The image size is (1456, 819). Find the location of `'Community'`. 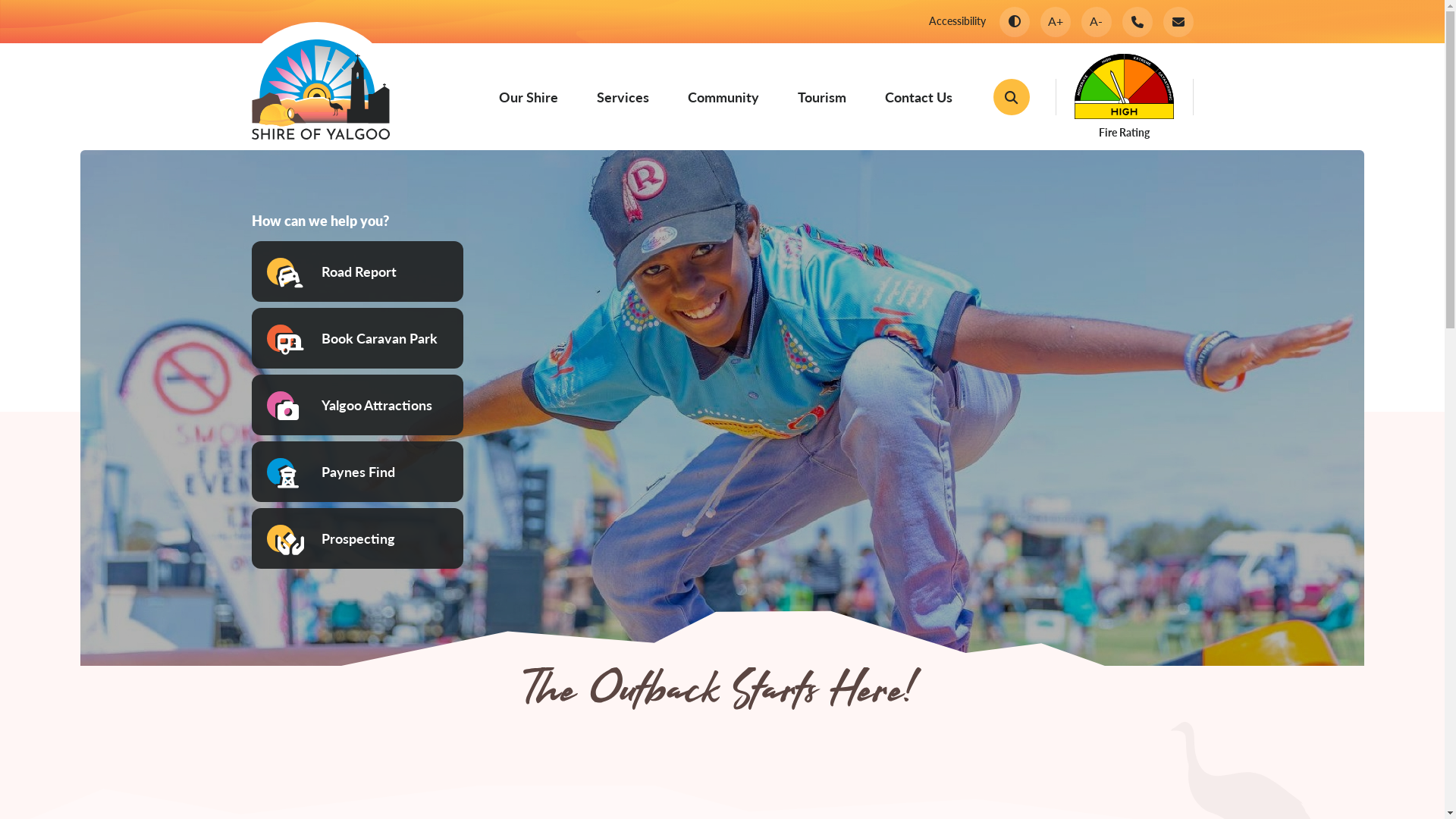

'Community' is located at coordinates (686, 96).